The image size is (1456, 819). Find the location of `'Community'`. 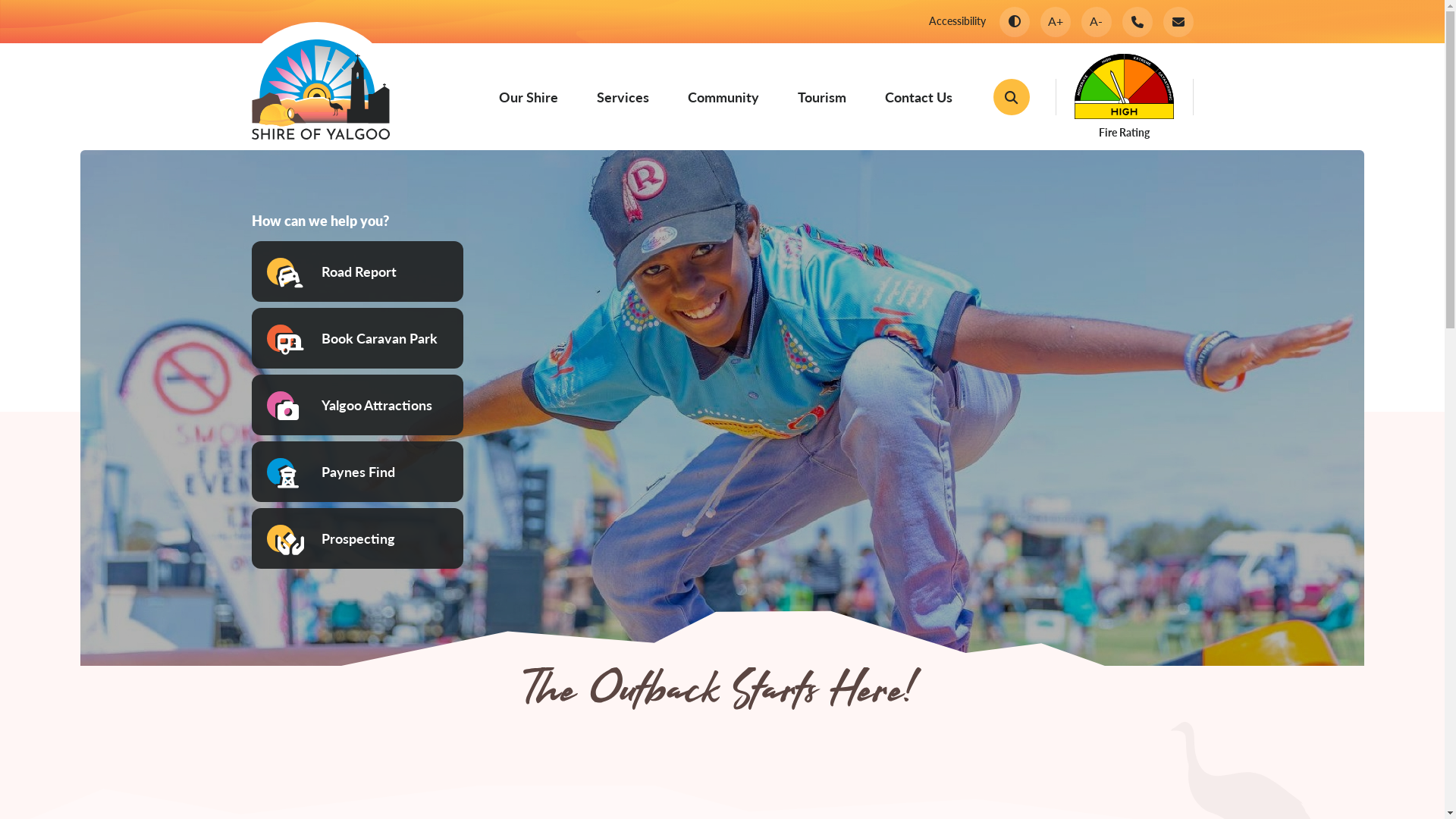

'Community' is located at coordinates (686, 96).